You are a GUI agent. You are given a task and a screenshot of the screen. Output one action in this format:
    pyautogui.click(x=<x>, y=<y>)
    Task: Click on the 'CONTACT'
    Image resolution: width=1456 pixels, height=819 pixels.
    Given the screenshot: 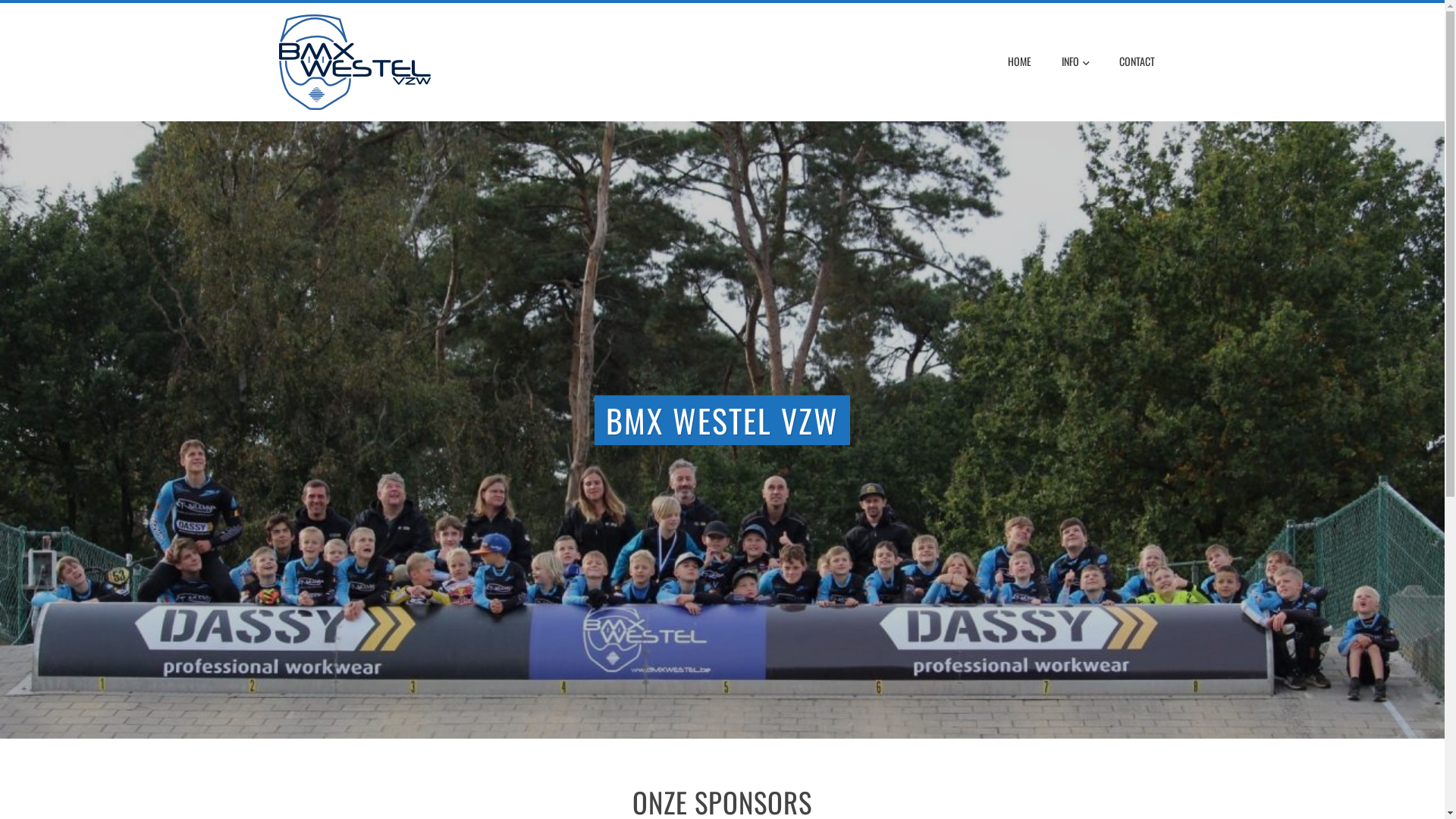 What is the action you would take?
    pyautogui.click(x=1136, y=61)
    